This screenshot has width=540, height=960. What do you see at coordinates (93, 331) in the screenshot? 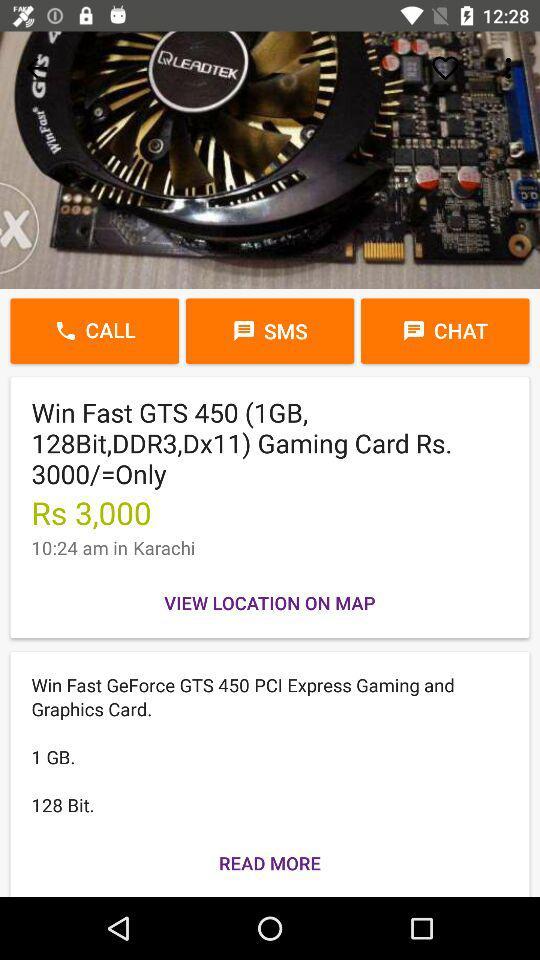
I see `call which is before sms` at bounding box center [93, 331].